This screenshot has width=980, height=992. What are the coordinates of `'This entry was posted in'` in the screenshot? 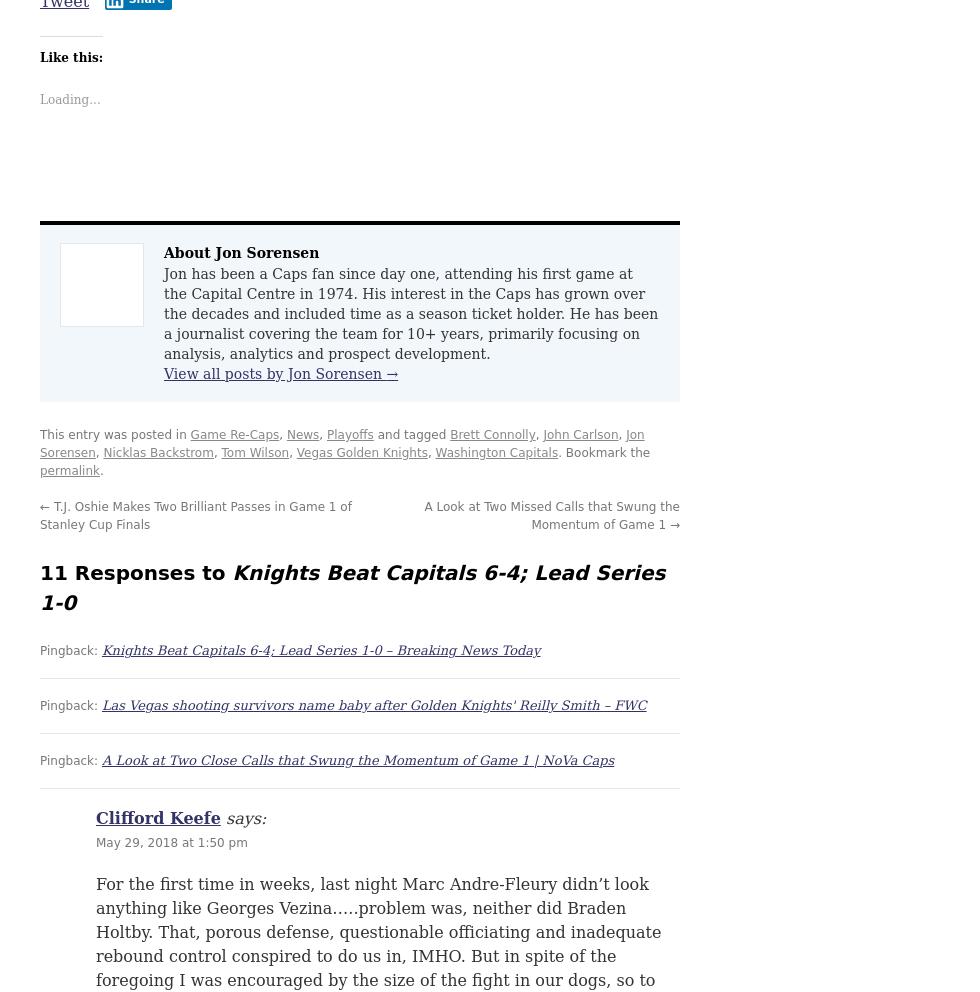 It's located at (114, 433).